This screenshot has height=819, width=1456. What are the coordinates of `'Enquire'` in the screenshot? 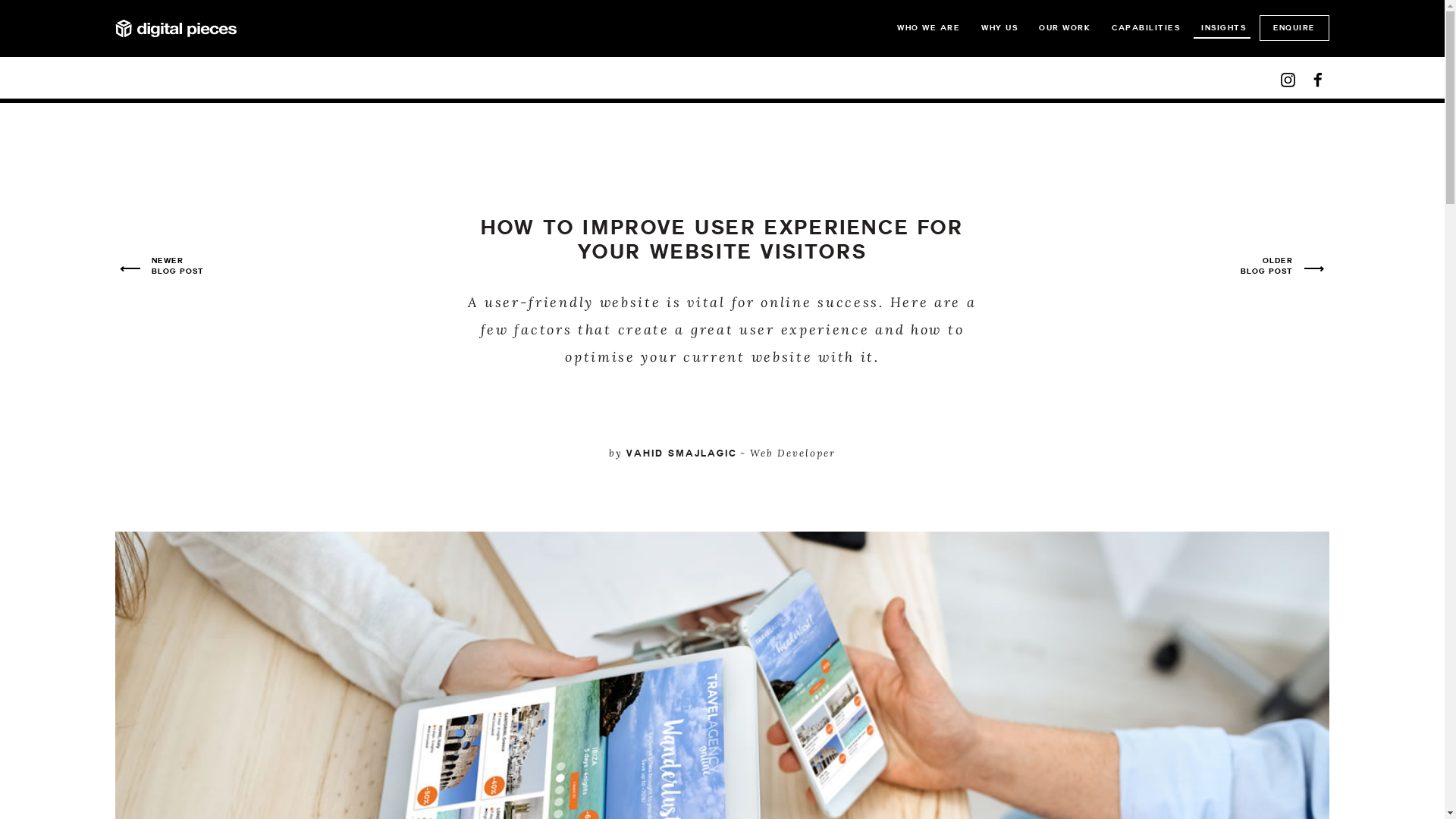 It's located at (1294, 28).